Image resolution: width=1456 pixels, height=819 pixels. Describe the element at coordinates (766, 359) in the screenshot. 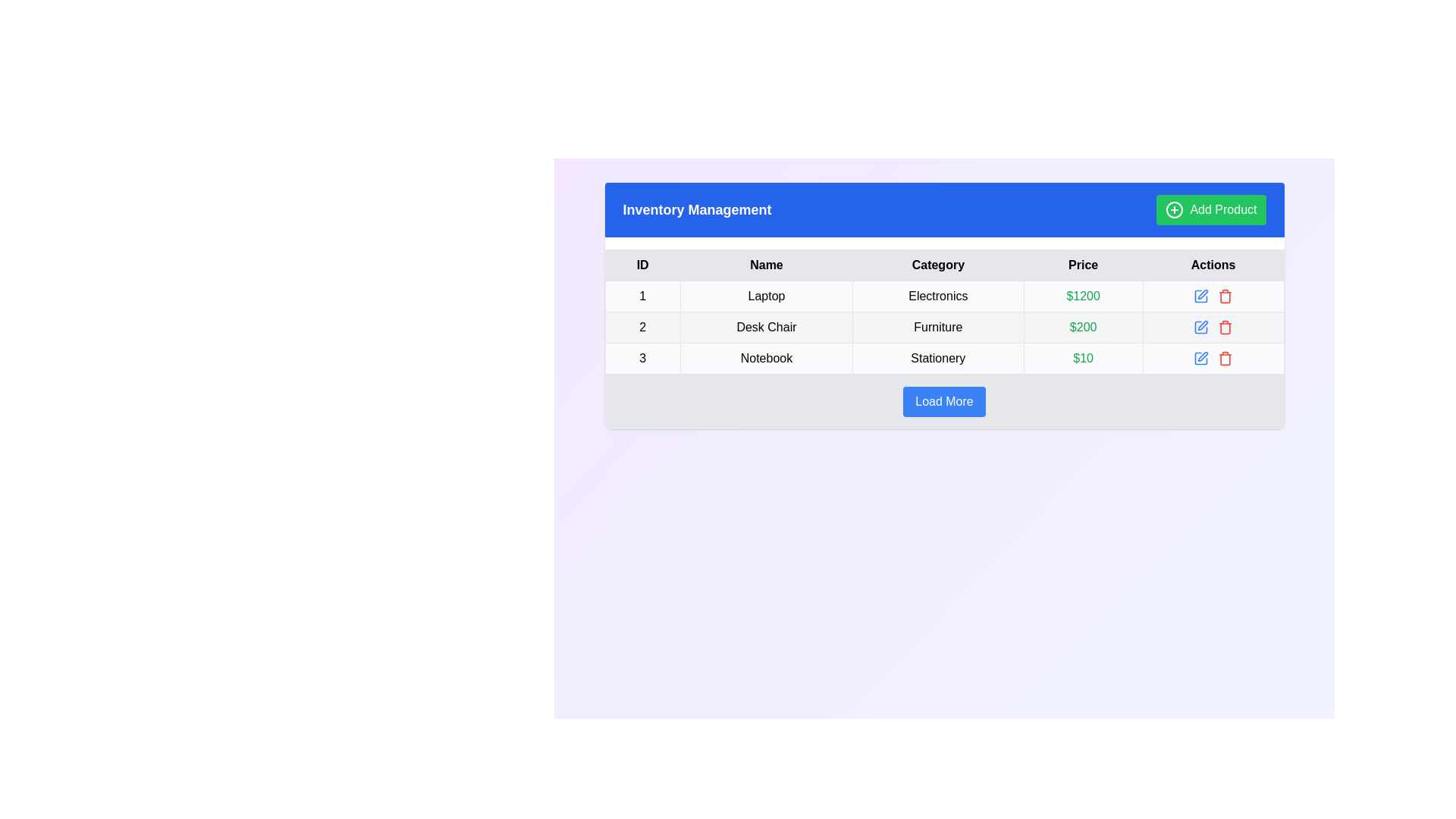

I see `the 'Notebook' text label in the inventory management table, which is located in the third row of the 'Name' column, positioned between the ID number '3' and the category 'Stationery'` at that location.